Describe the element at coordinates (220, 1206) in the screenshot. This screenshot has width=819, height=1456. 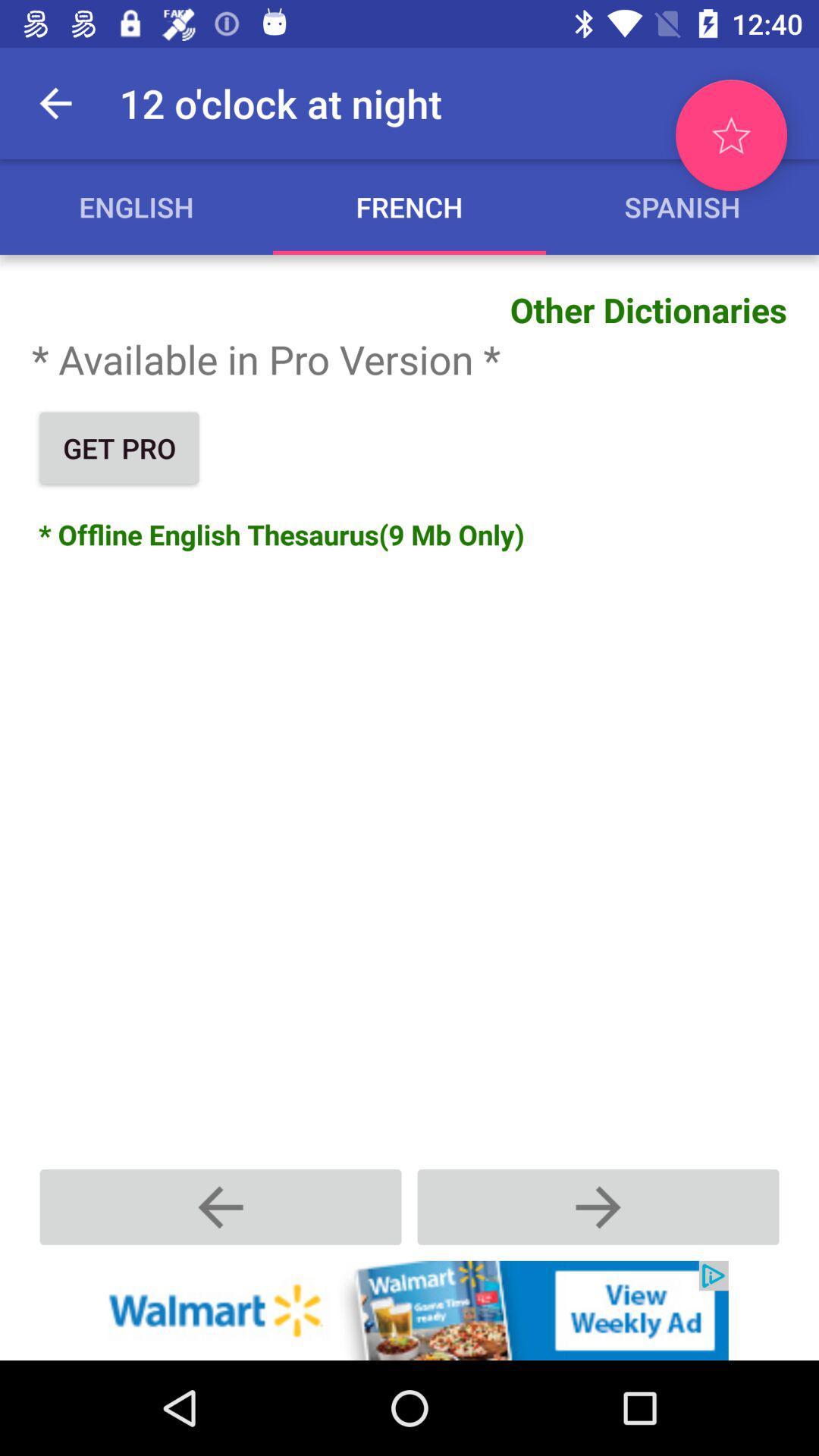
I see `go back` at that location.